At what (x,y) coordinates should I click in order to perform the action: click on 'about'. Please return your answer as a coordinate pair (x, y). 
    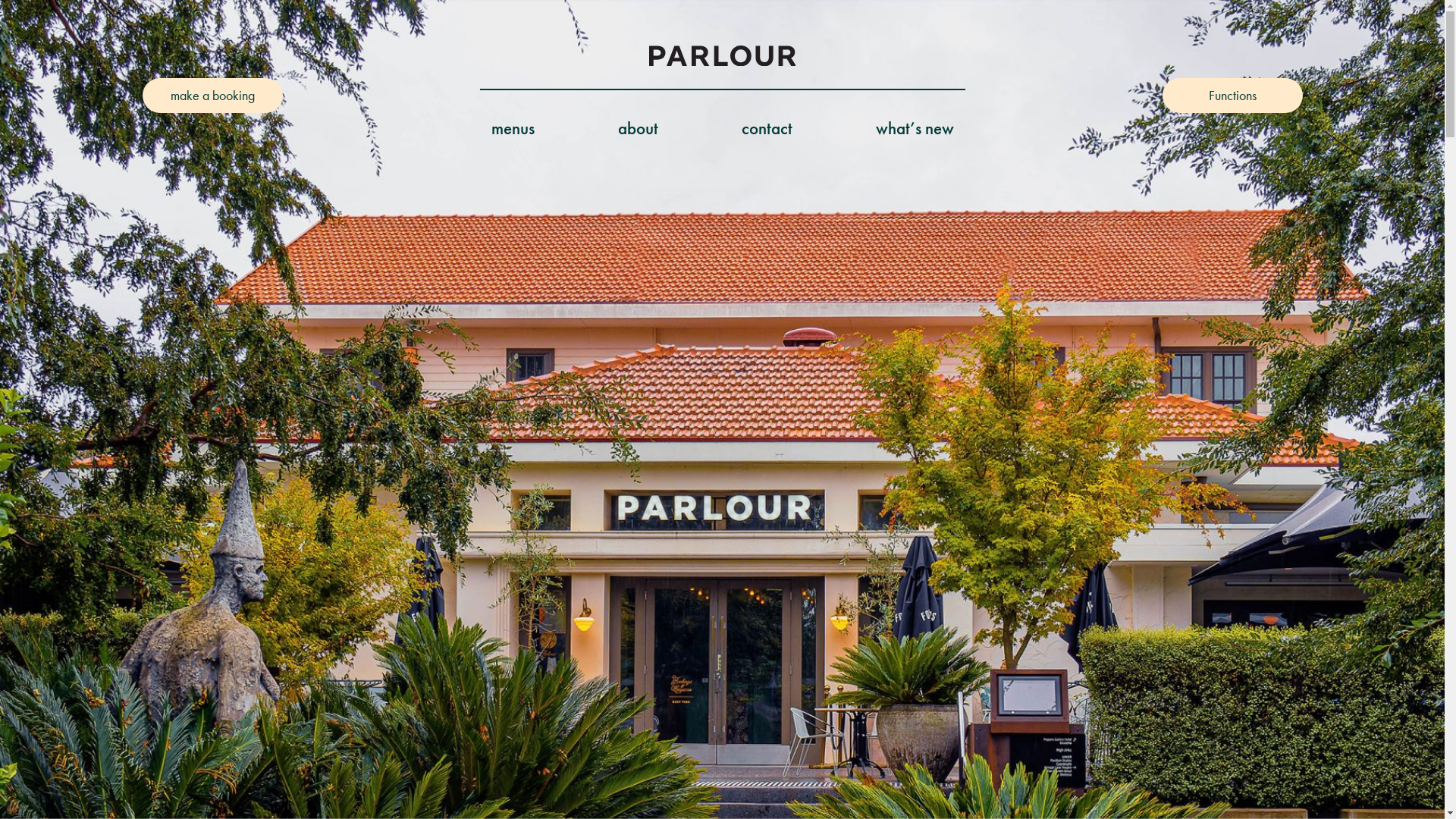
    Looking at the image, I should click on (617, 128).